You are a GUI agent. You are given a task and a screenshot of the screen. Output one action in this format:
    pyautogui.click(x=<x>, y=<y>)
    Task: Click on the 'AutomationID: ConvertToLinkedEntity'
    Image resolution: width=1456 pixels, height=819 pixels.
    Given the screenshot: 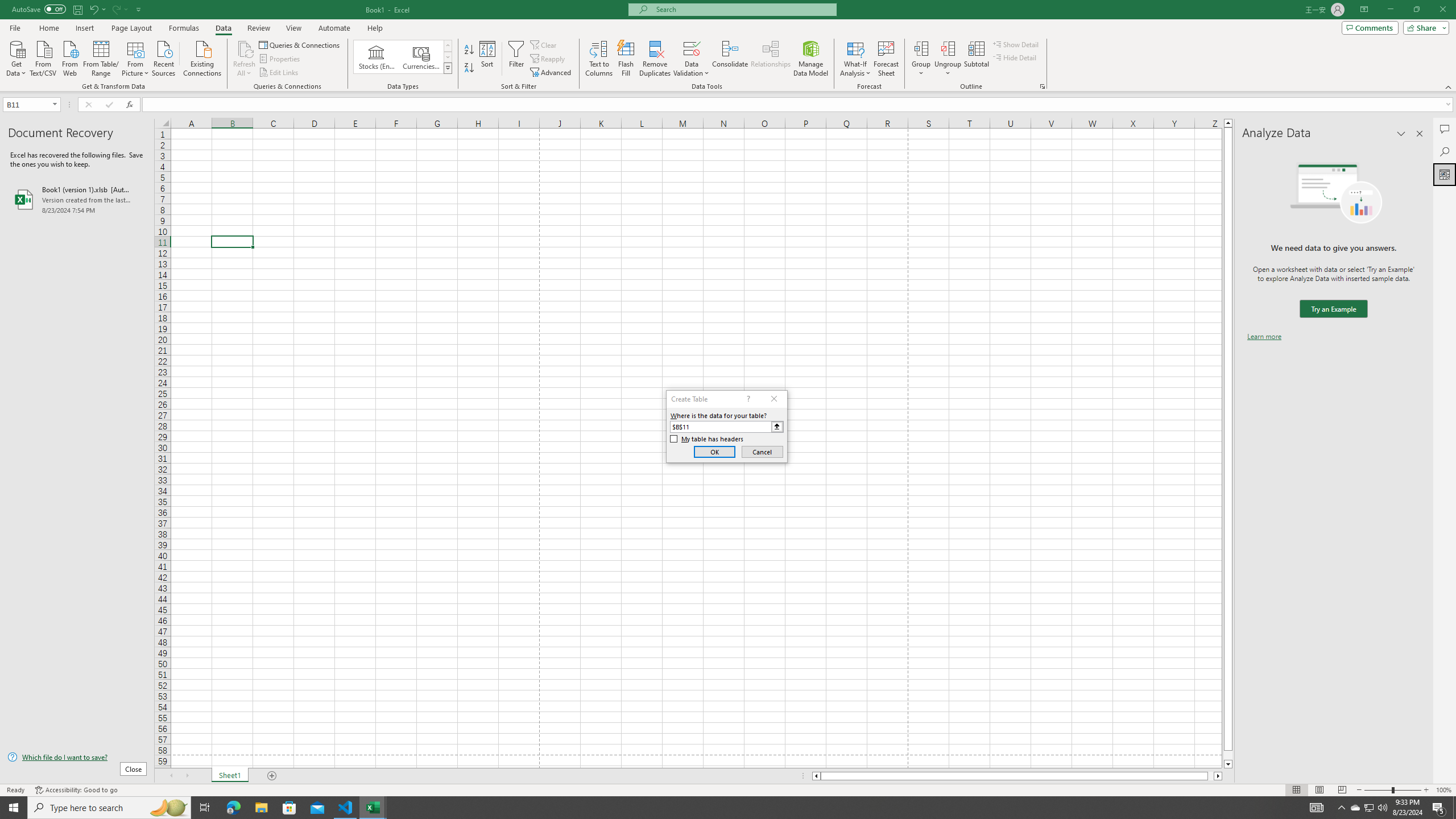 What is the action you would take?
    pyautogui.click(x=403, y=56)
    